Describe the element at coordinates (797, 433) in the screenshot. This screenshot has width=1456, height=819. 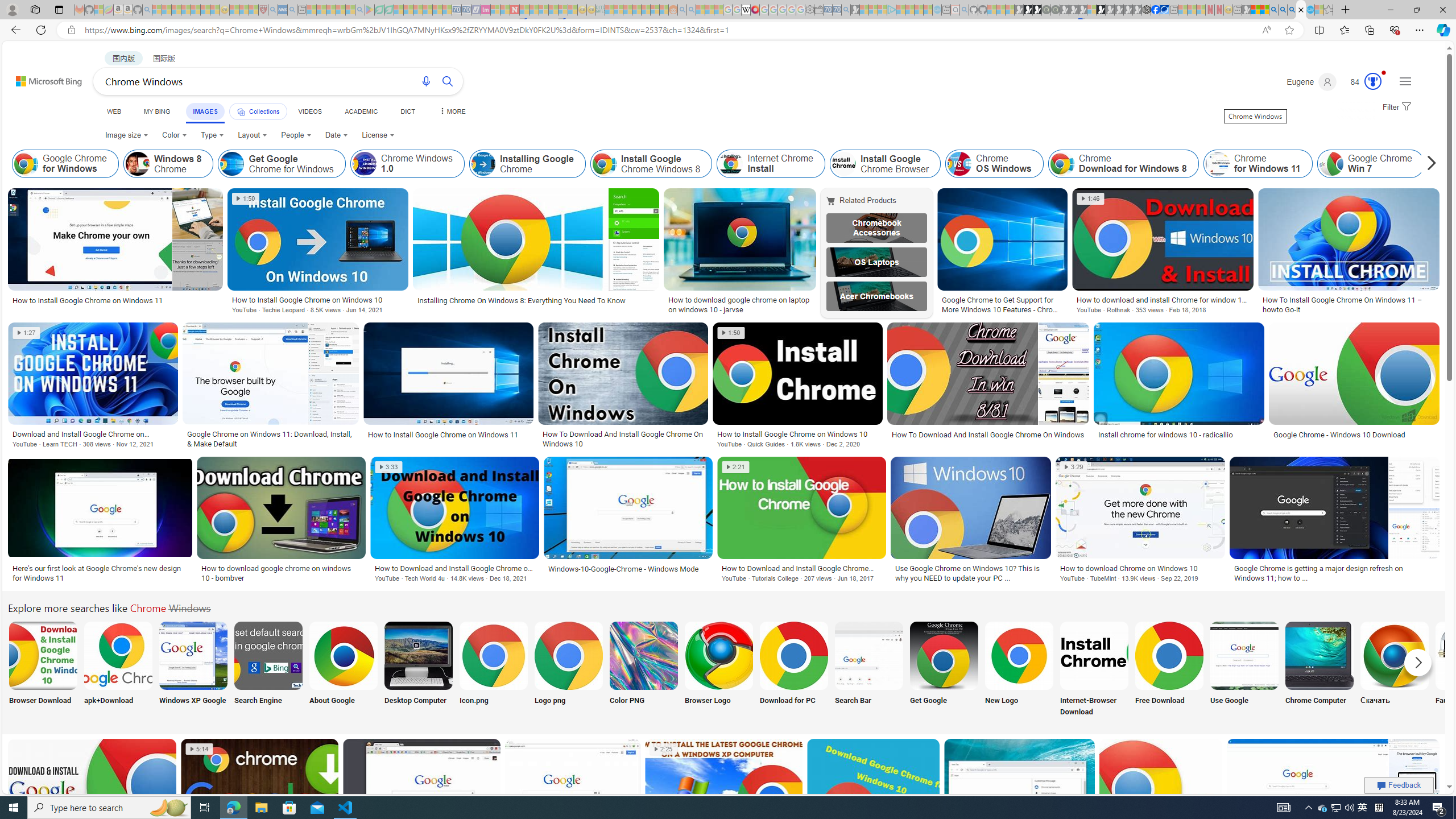
I see `'How to Install Google Chrome on Windows 10'` at that location.